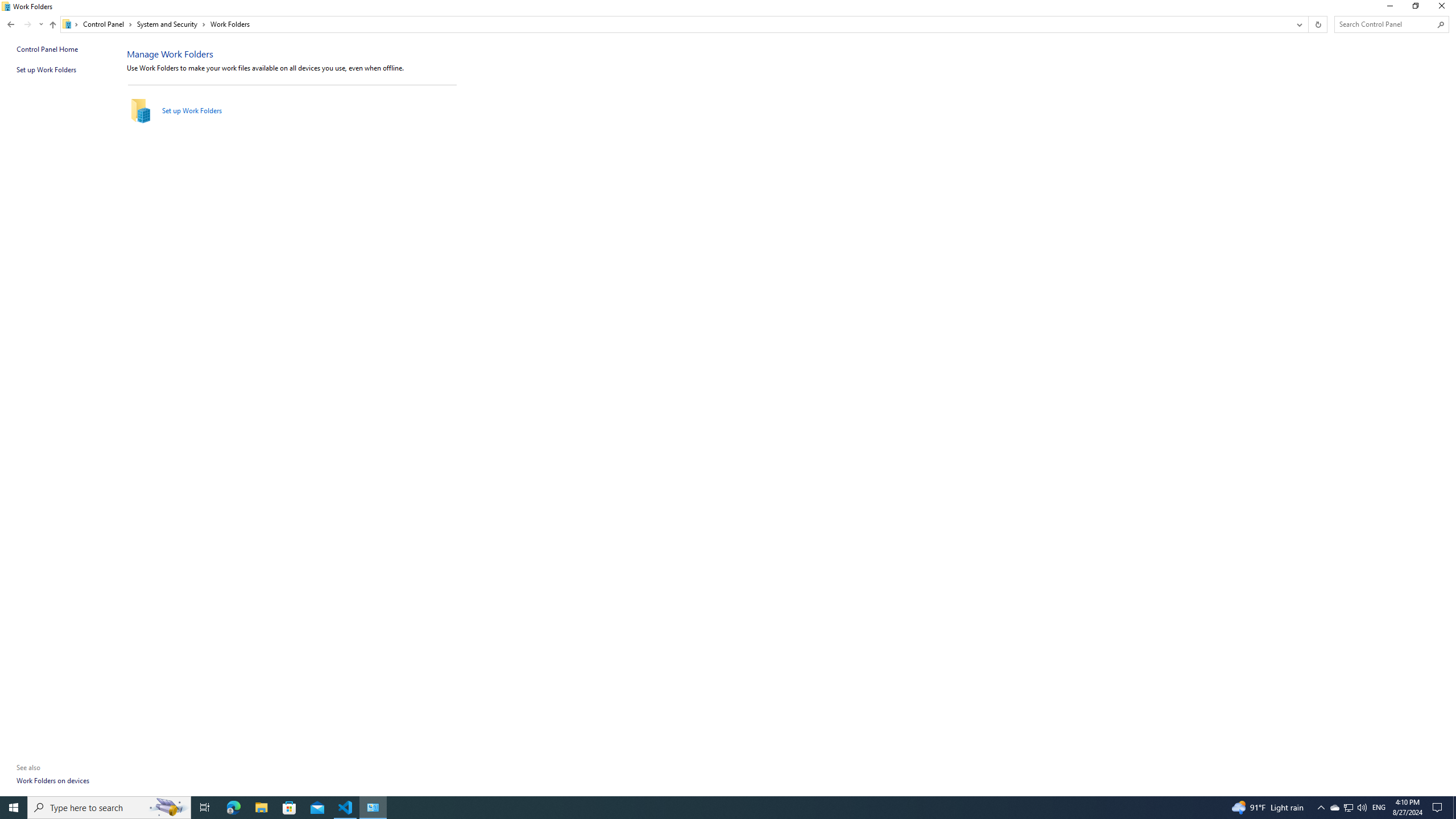 This screenshot has height=819, width=1456. Describe the element at coordinates (107, 24) in the screenshot. I see `'Control Panel'` at that location.